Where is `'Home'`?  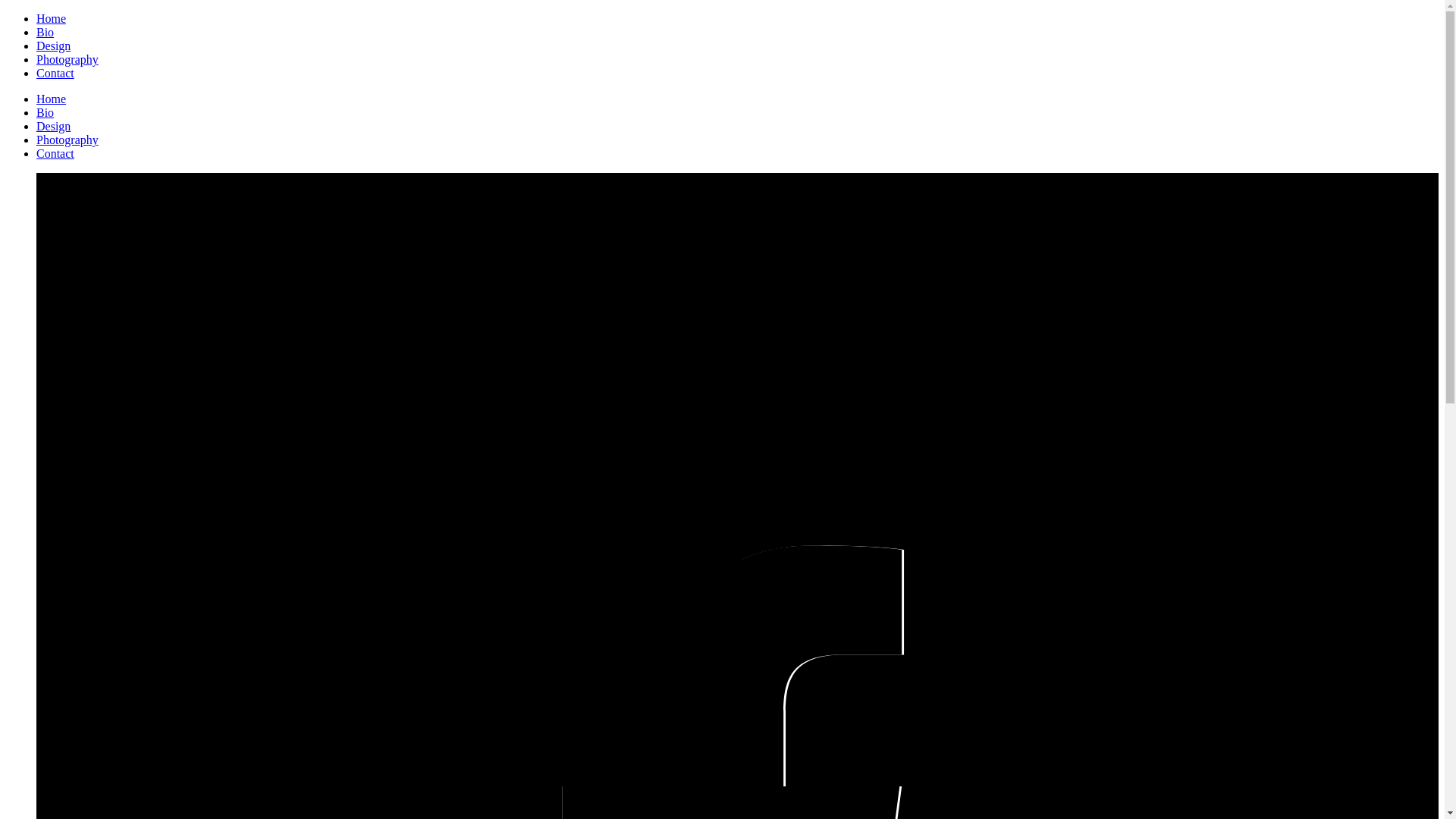 'Home' is located at coordinates (51, 99).